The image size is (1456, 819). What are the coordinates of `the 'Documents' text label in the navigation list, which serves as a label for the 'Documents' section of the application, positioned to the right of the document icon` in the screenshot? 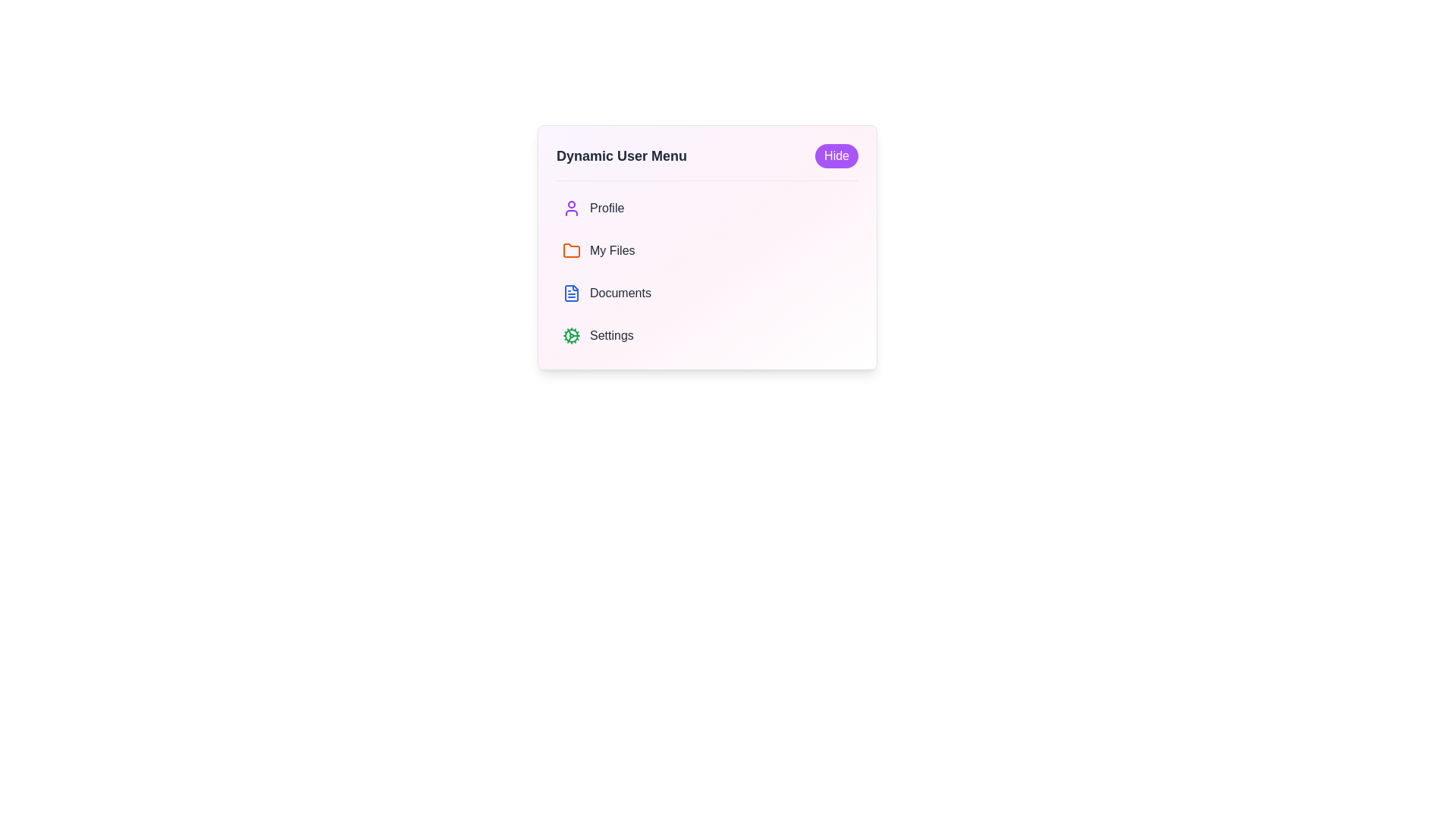 It's located at (620, 293).